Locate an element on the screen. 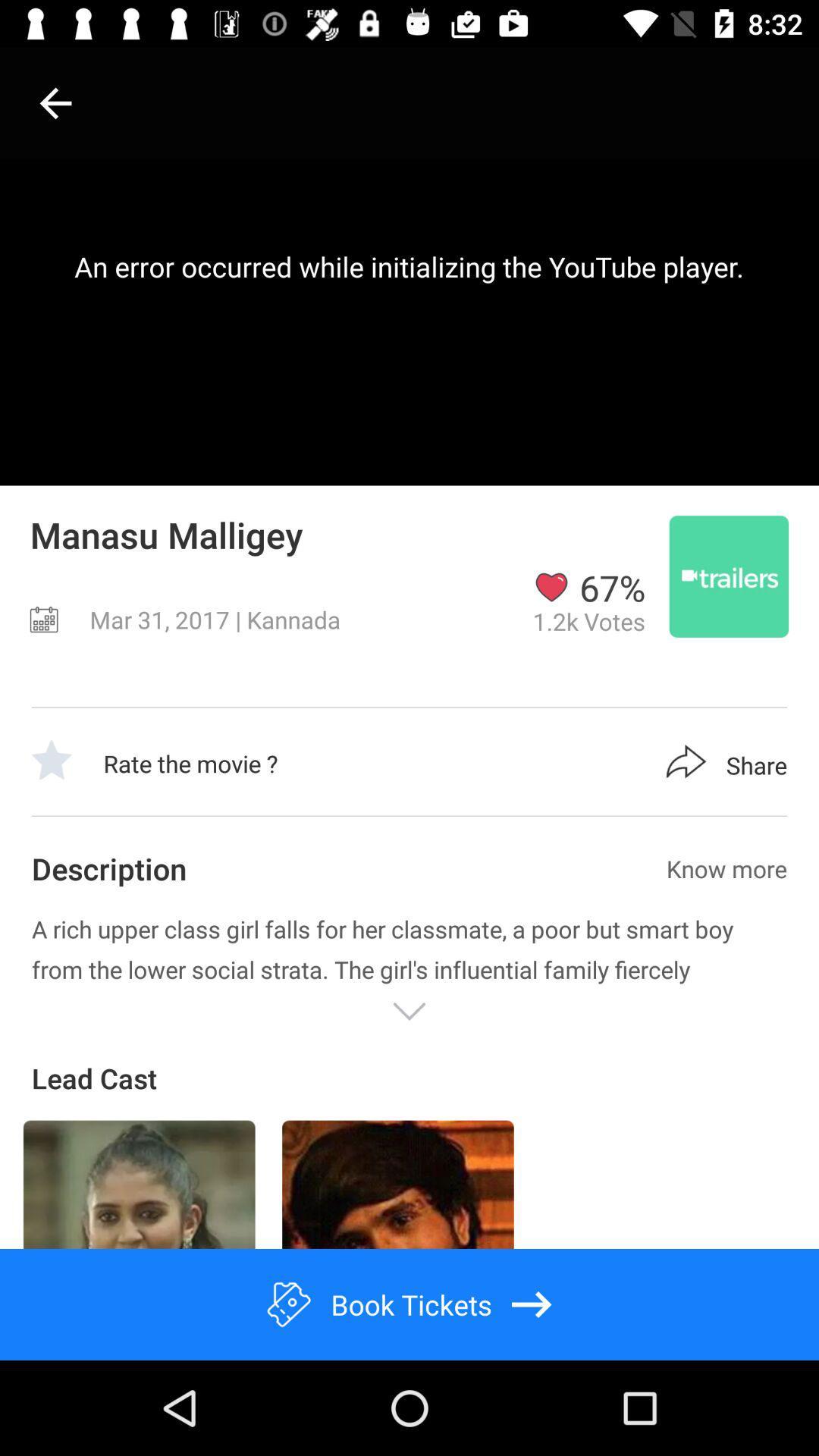 The width and height of the screenshot is (819, 1456). down arrow is located at coordinates (409, 1012).